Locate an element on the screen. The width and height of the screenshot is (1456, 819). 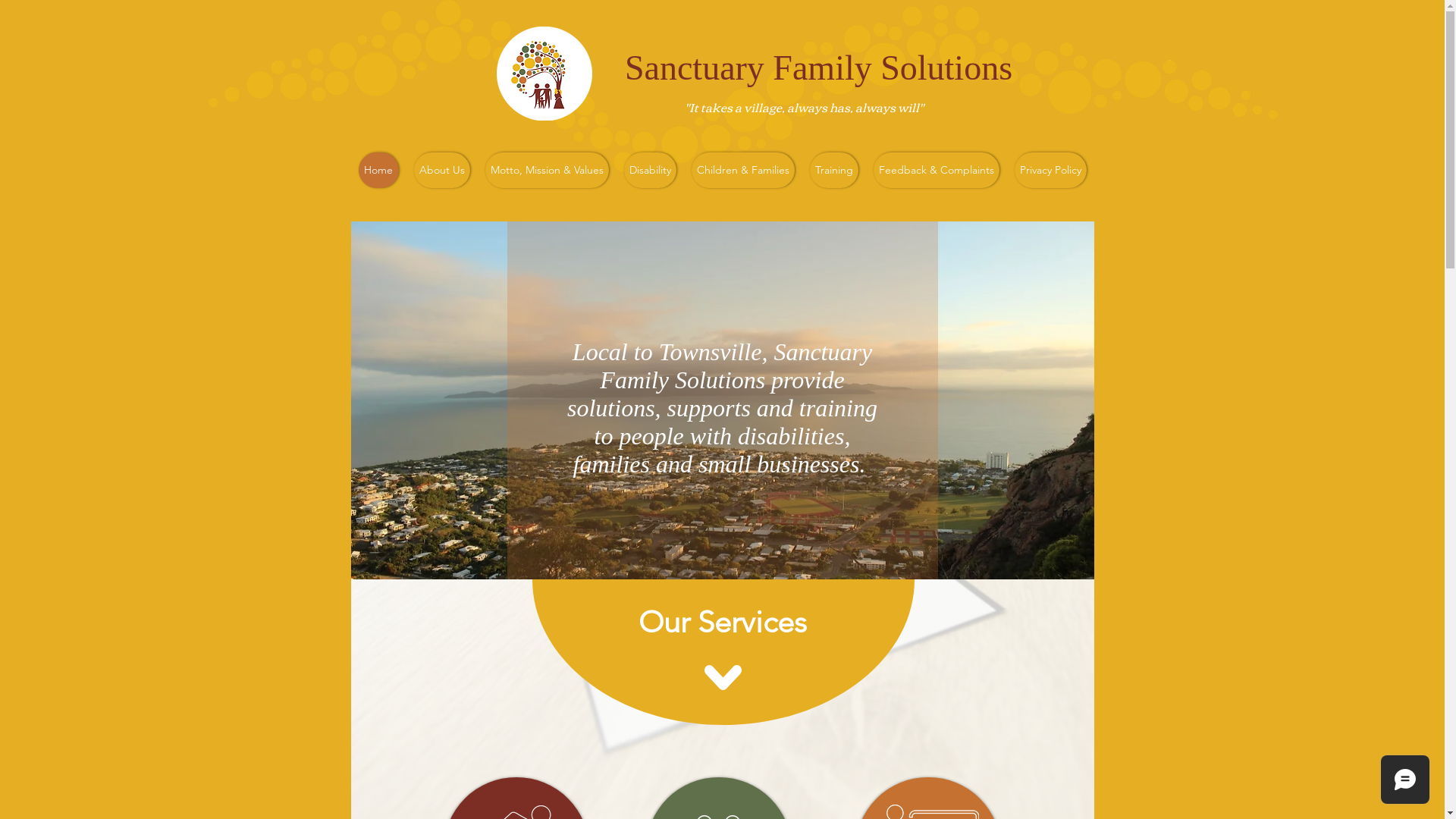
'Training' is located at coordinates (833, 170).